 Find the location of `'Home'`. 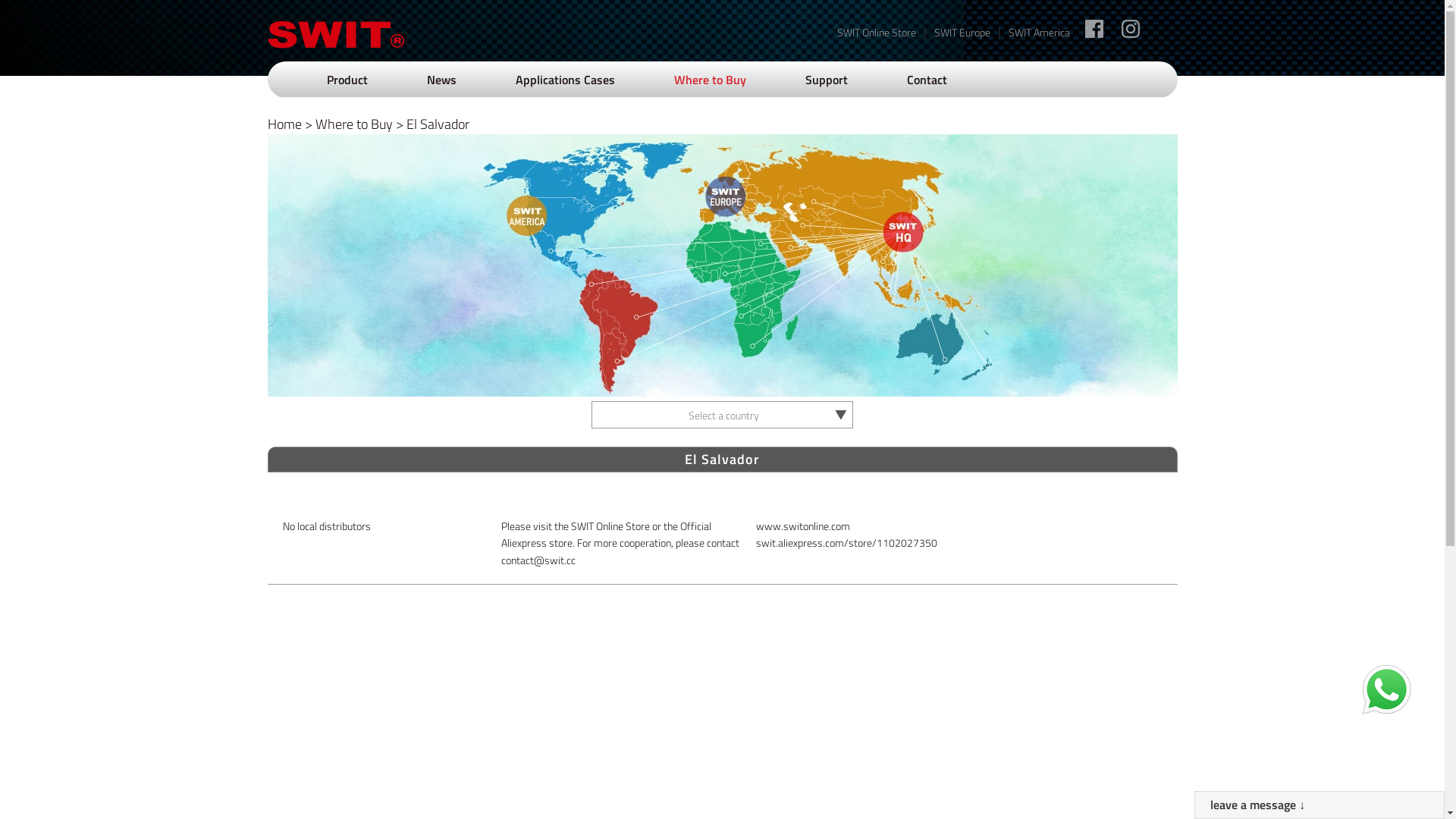

'Home' is located at coordinates (284, 123).